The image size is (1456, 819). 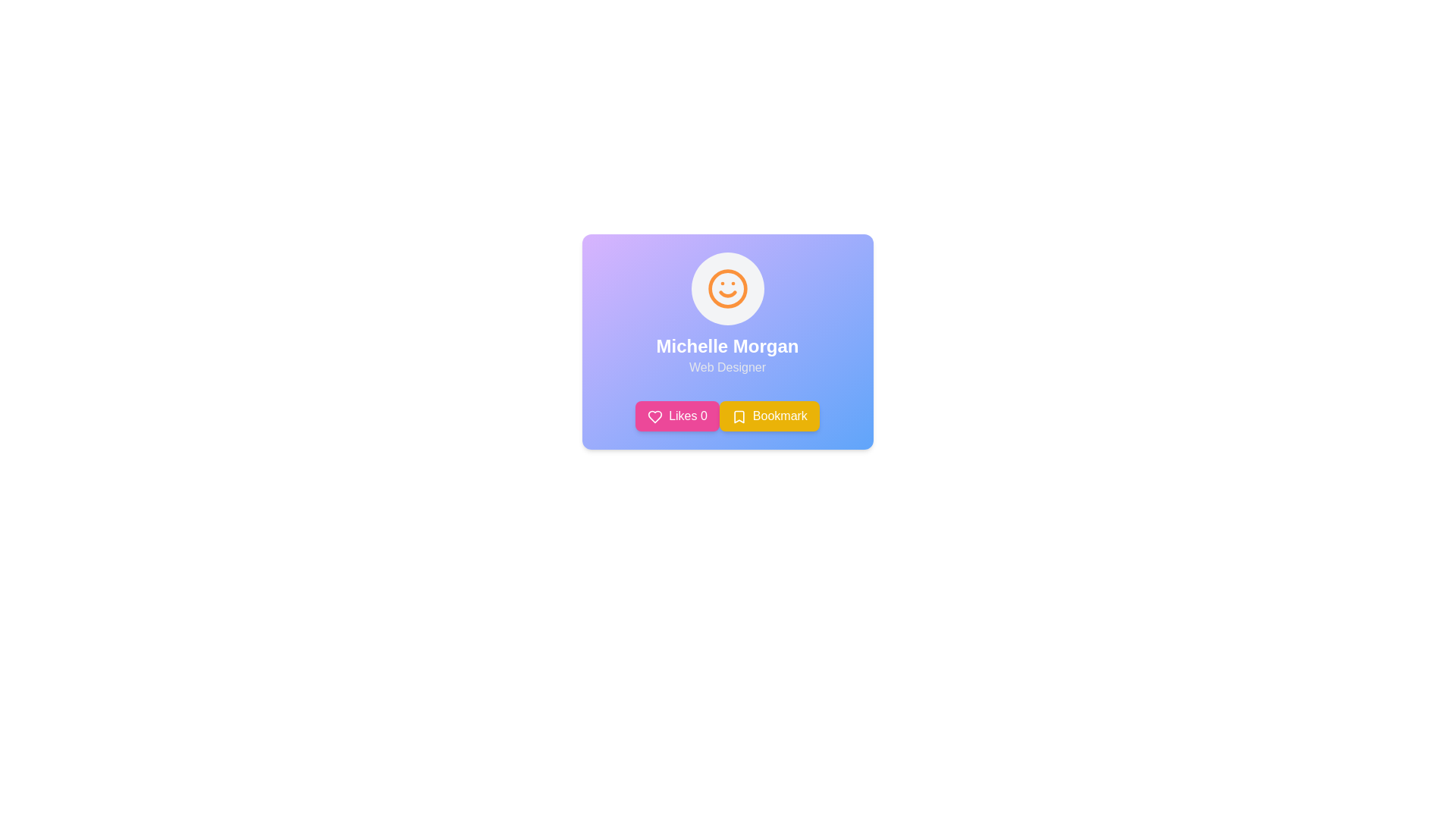 What do you see at coordinates (726, 289) in the screenshot?
I see `the graphic or decorative image holder that serves as a visual identifier for 'Michelle Morgan', positioned centrally above the text` at bounding box center [726, 289].